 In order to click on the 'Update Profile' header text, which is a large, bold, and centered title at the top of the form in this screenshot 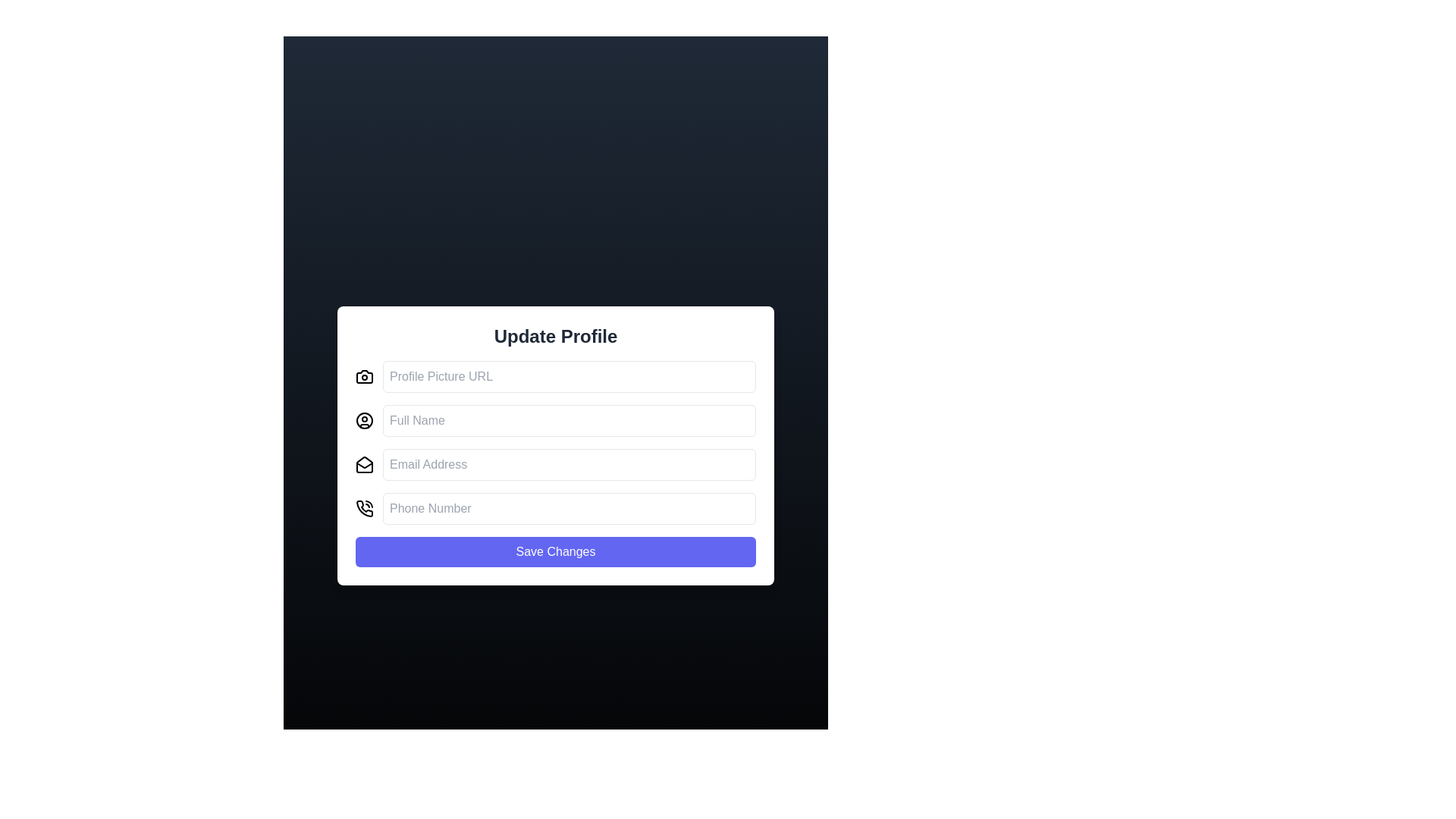, I will do `click(555, 335)`.